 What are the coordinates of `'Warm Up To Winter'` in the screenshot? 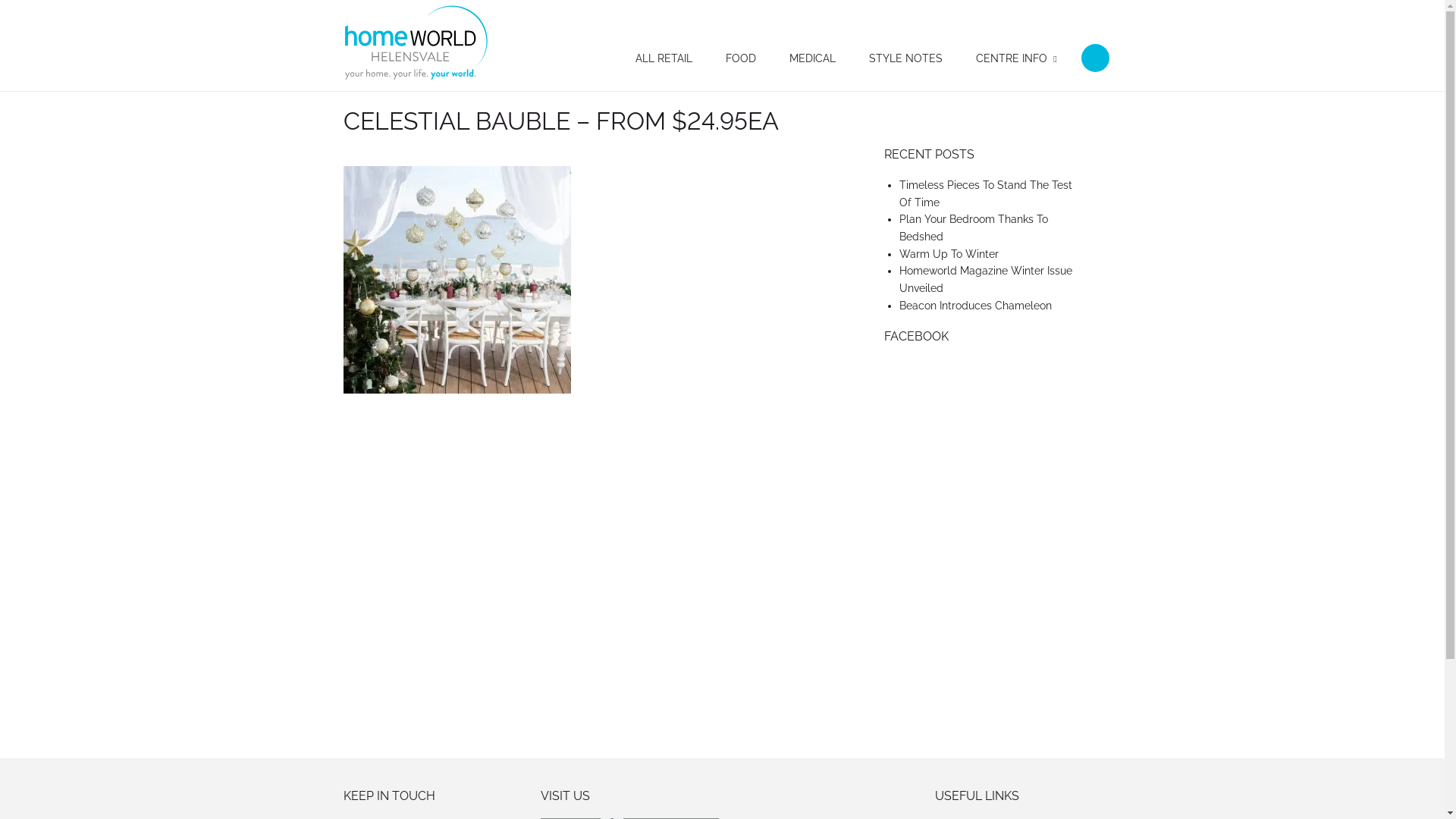 It's located at (948, 253).